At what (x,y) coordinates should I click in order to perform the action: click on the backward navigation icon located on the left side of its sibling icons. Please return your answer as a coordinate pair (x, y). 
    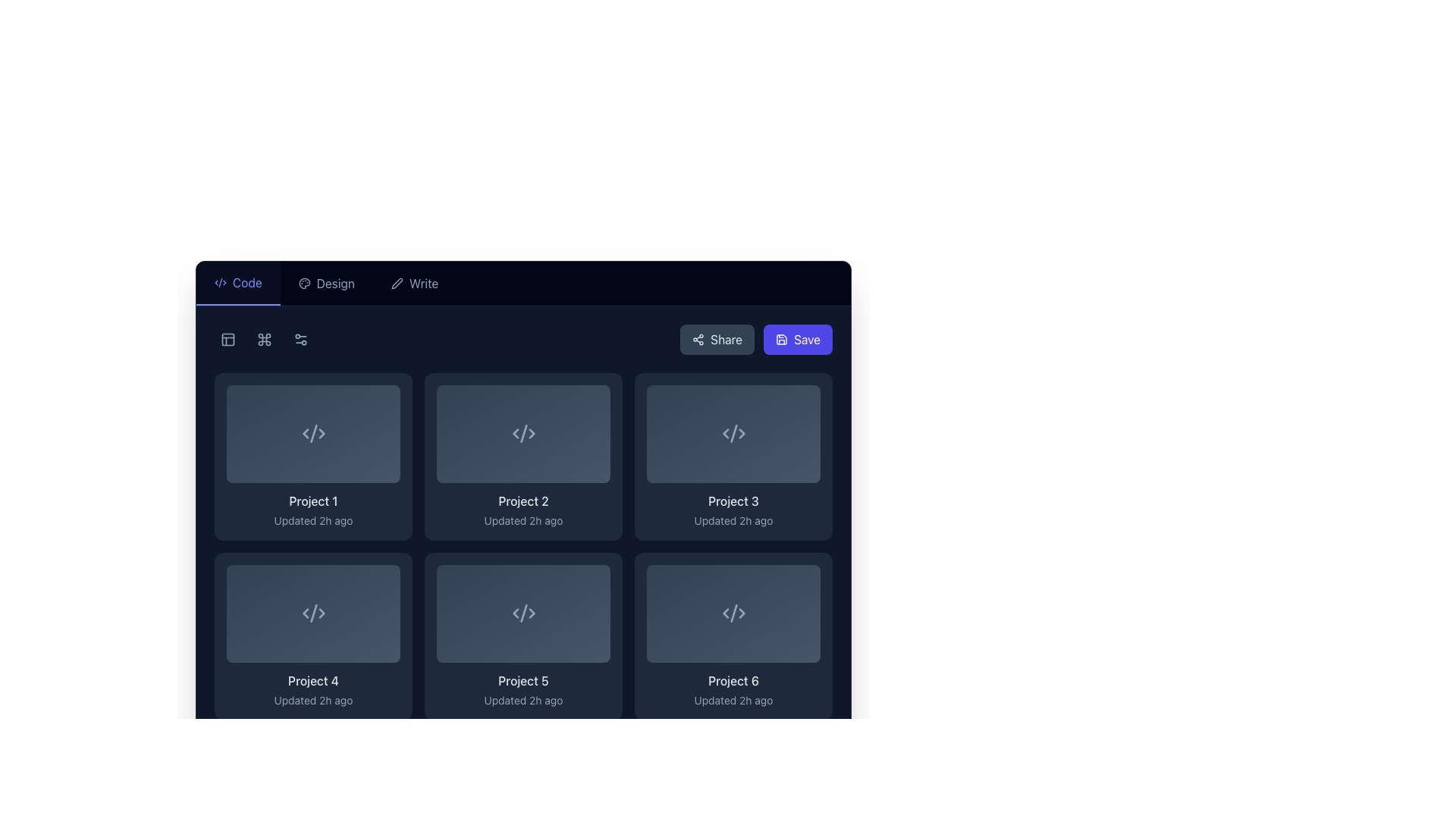
    Looking at the image, I should click on (304, 613).